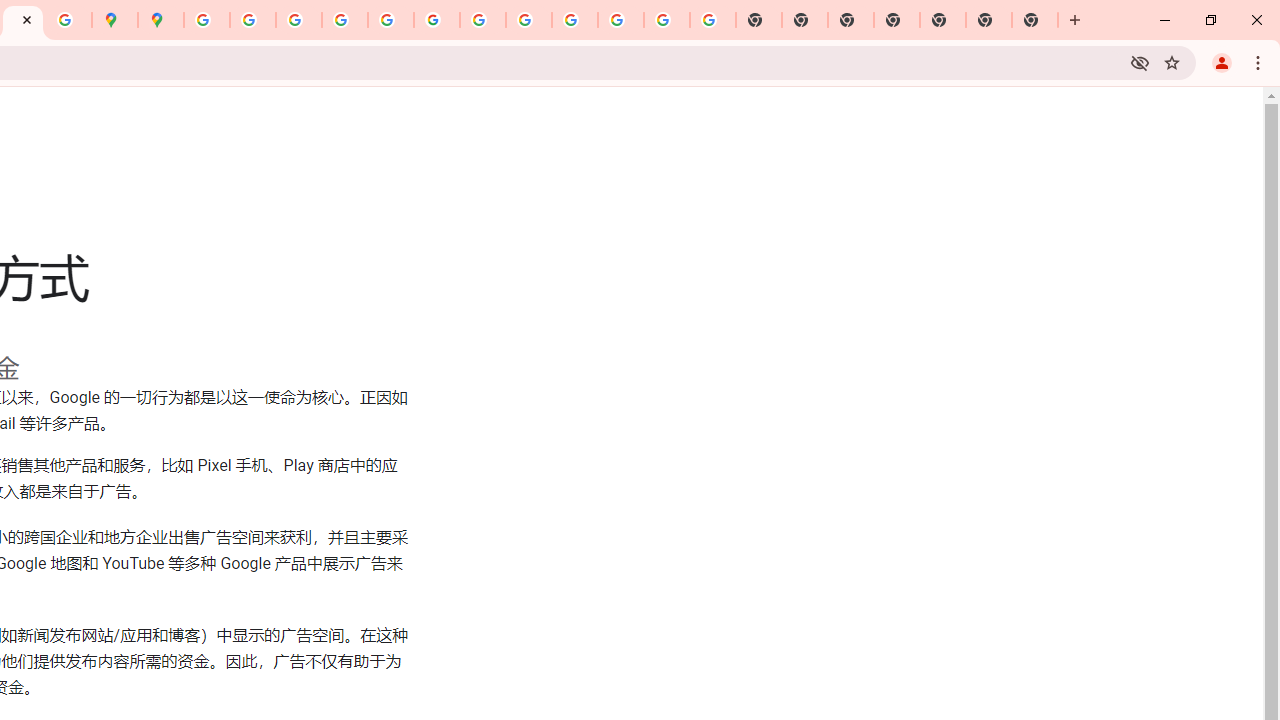  I want to click on 'Third-party cookies blocked', so click(1139, 61).